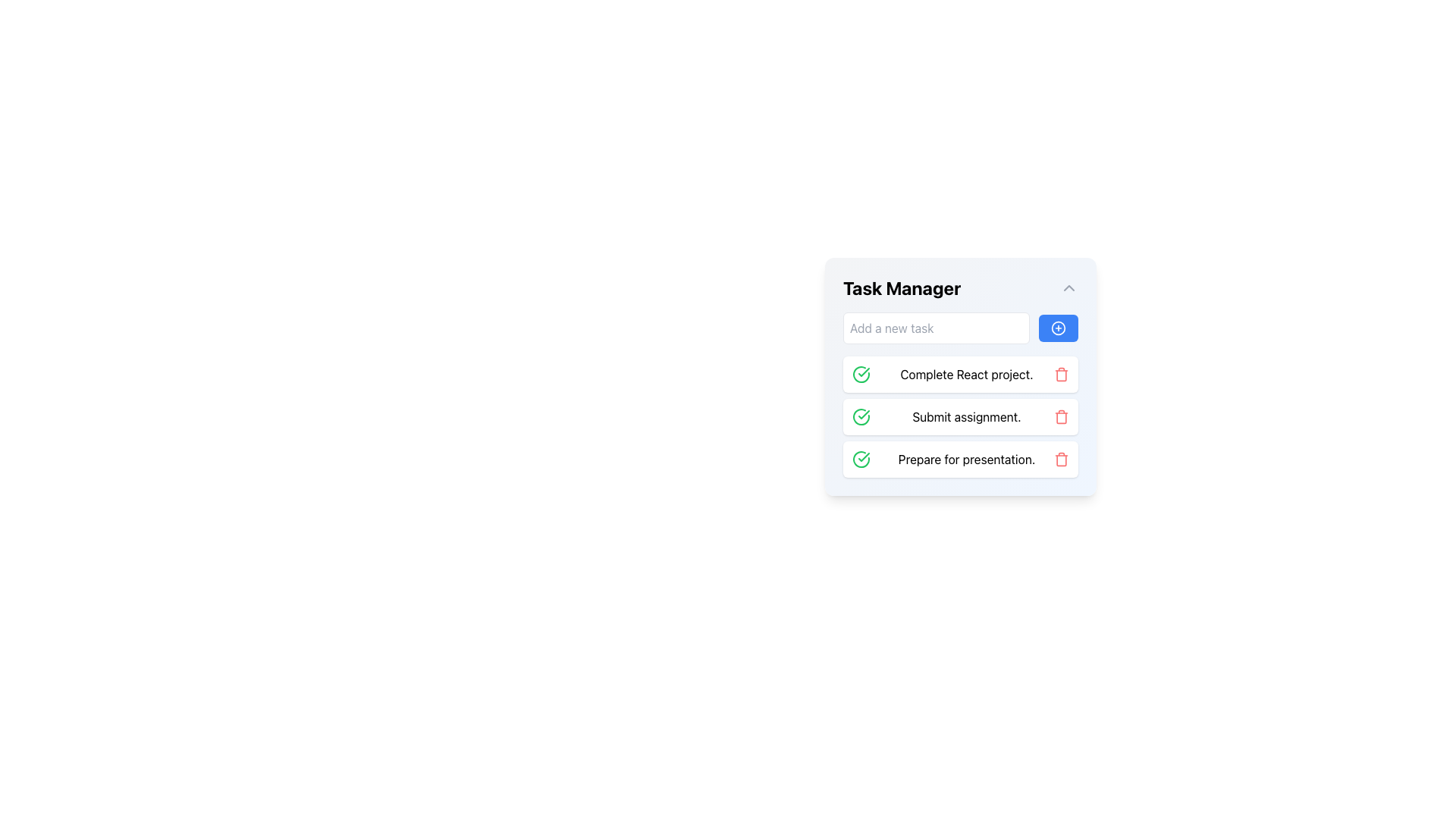  Describe the element at coordinates (1061, 374) in the screenshot. I see `the red trash can icon located at the right end of the task item titled 'Complete React project'` at that location.